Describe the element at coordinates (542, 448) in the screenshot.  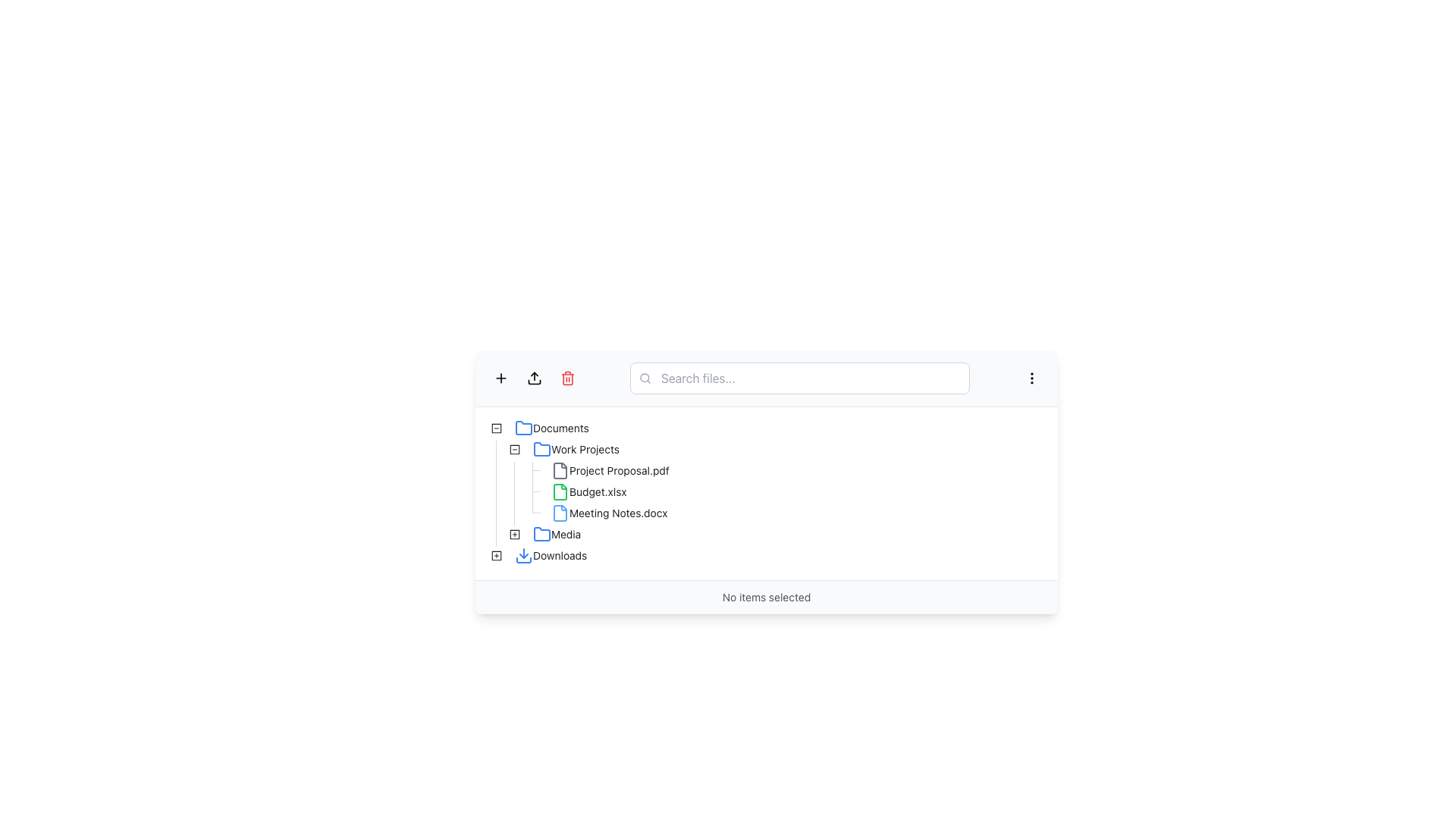
I see `the blue folder icon located under the 'Work Projects' directory` at that location.